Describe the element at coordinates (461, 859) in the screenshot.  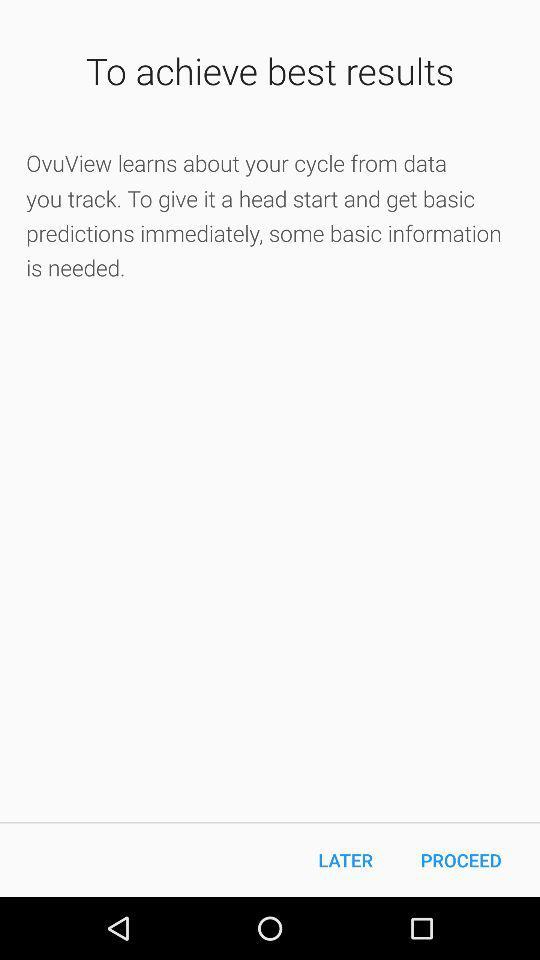
I see `the item next to later` at that location.